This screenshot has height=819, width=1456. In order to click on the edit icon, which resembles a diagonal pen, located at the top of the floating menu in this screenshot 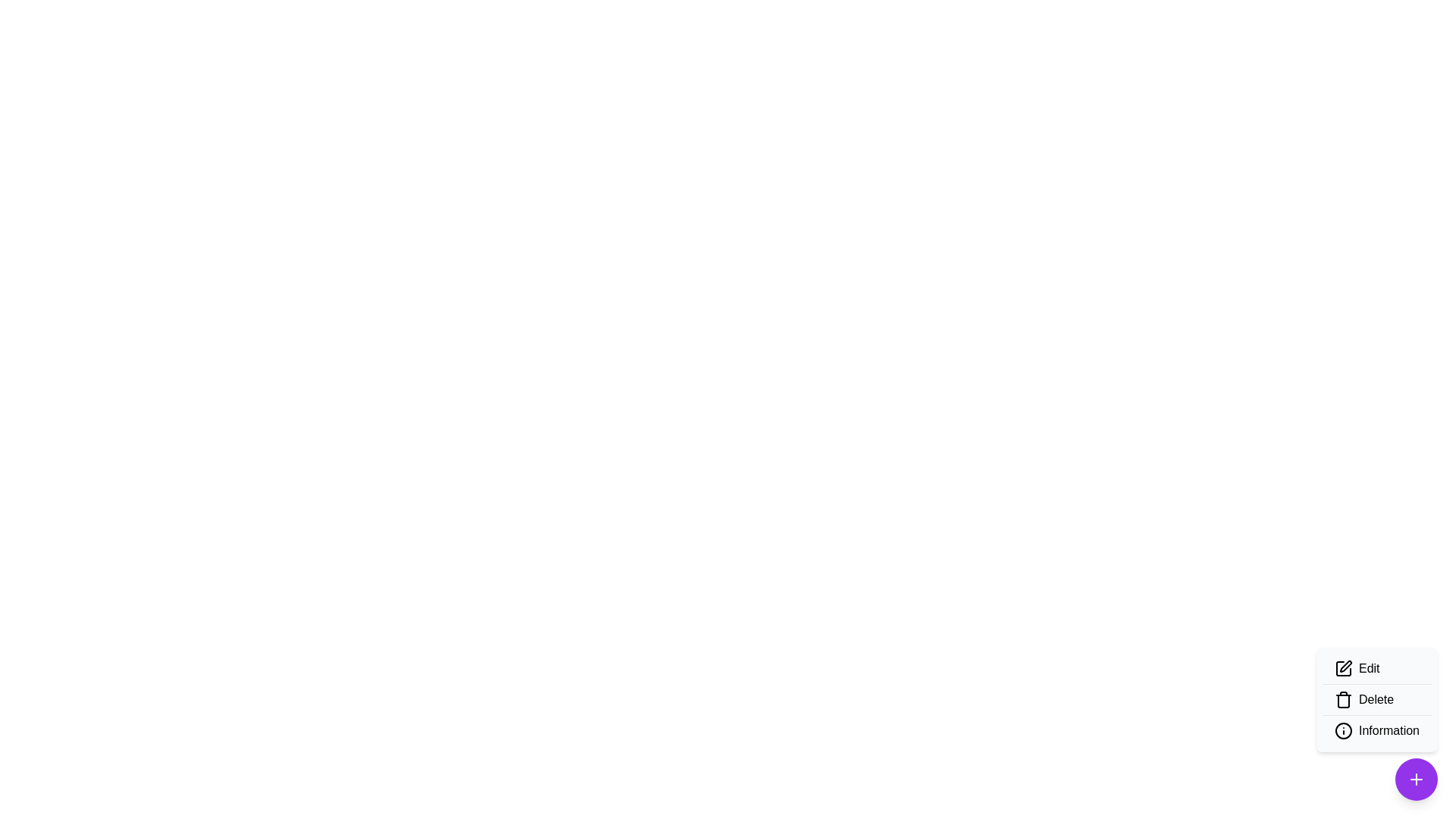, I will do `click(1346, 666)`.